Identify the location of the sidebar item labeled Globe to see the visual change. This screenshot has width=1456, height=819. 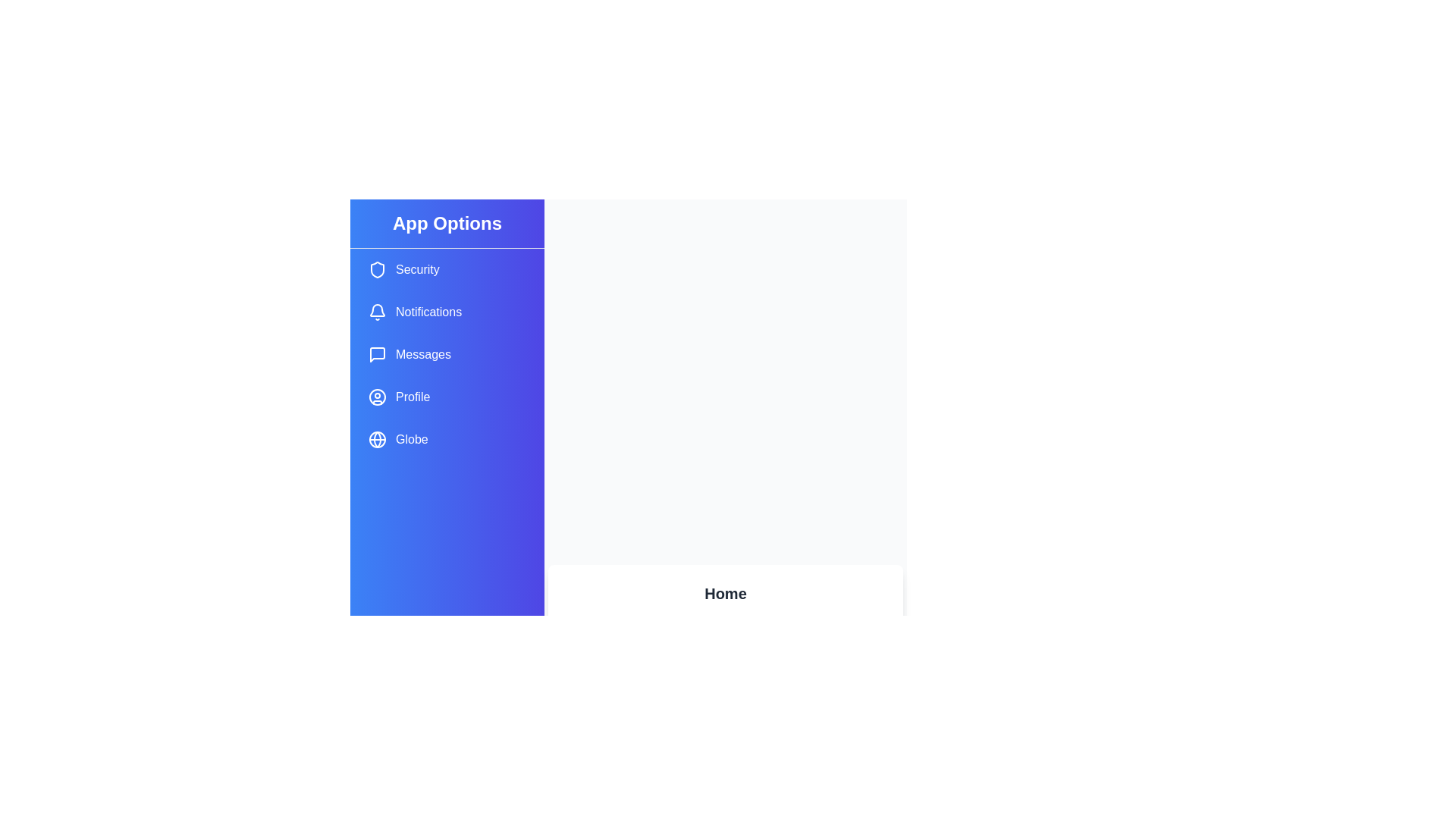
(447, 439).